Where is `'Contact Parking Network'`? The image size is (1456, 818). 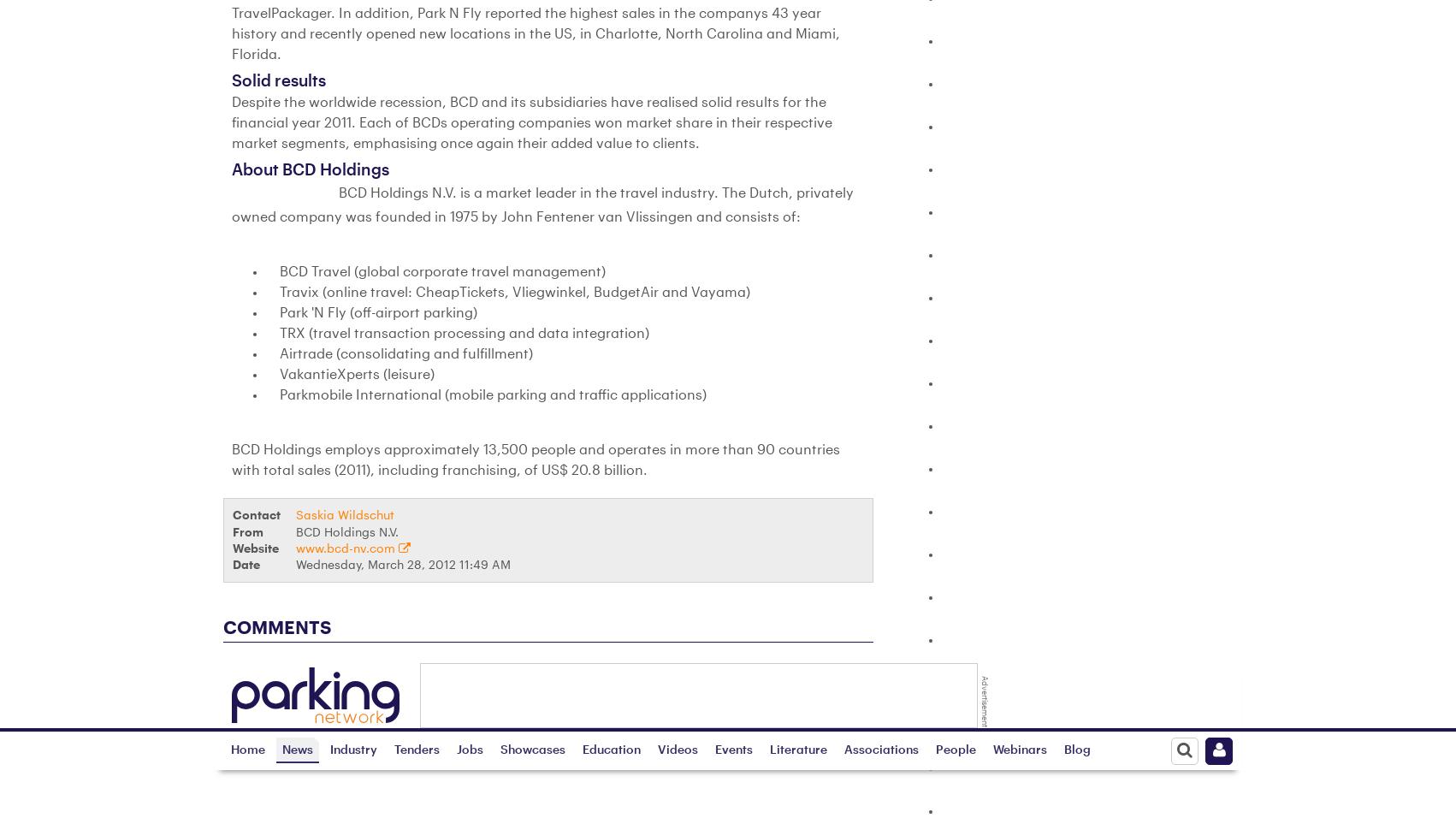 'Contact Parking Network' is located at coordinates (973, 664).